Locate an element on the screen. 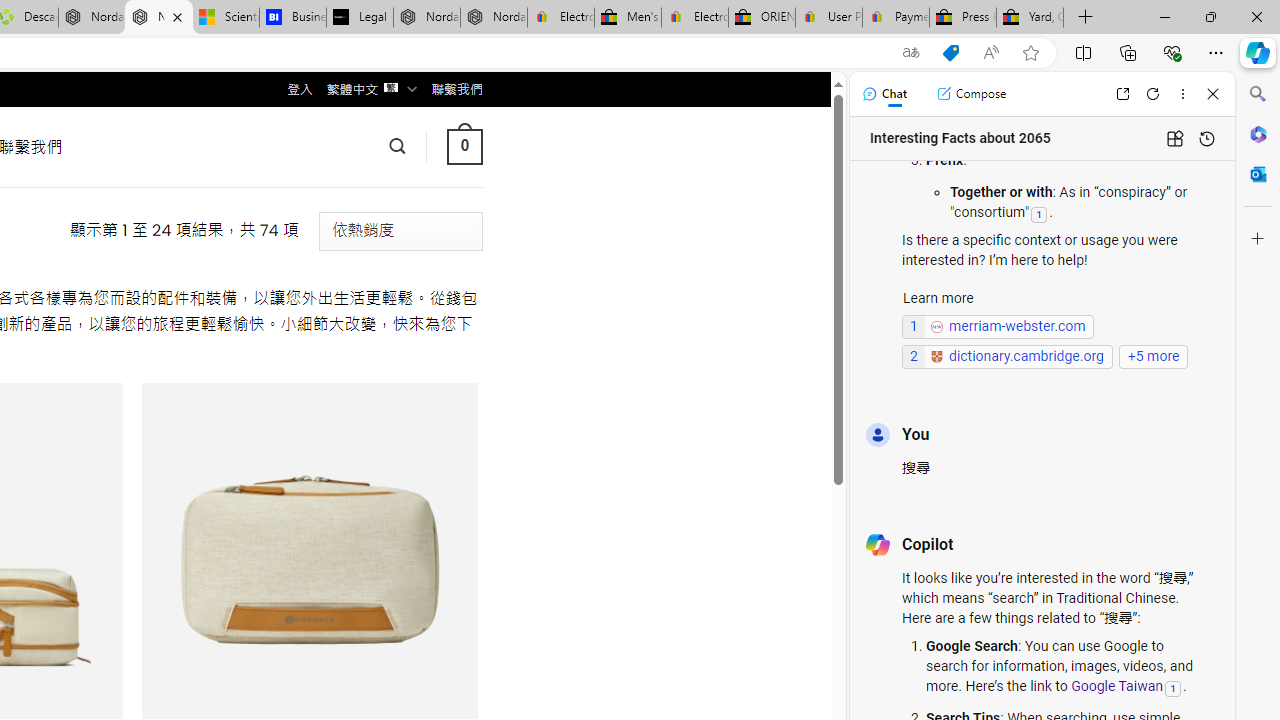  'Yard, Garden & Outdoor Living' is located at coordinates (1030, 17).